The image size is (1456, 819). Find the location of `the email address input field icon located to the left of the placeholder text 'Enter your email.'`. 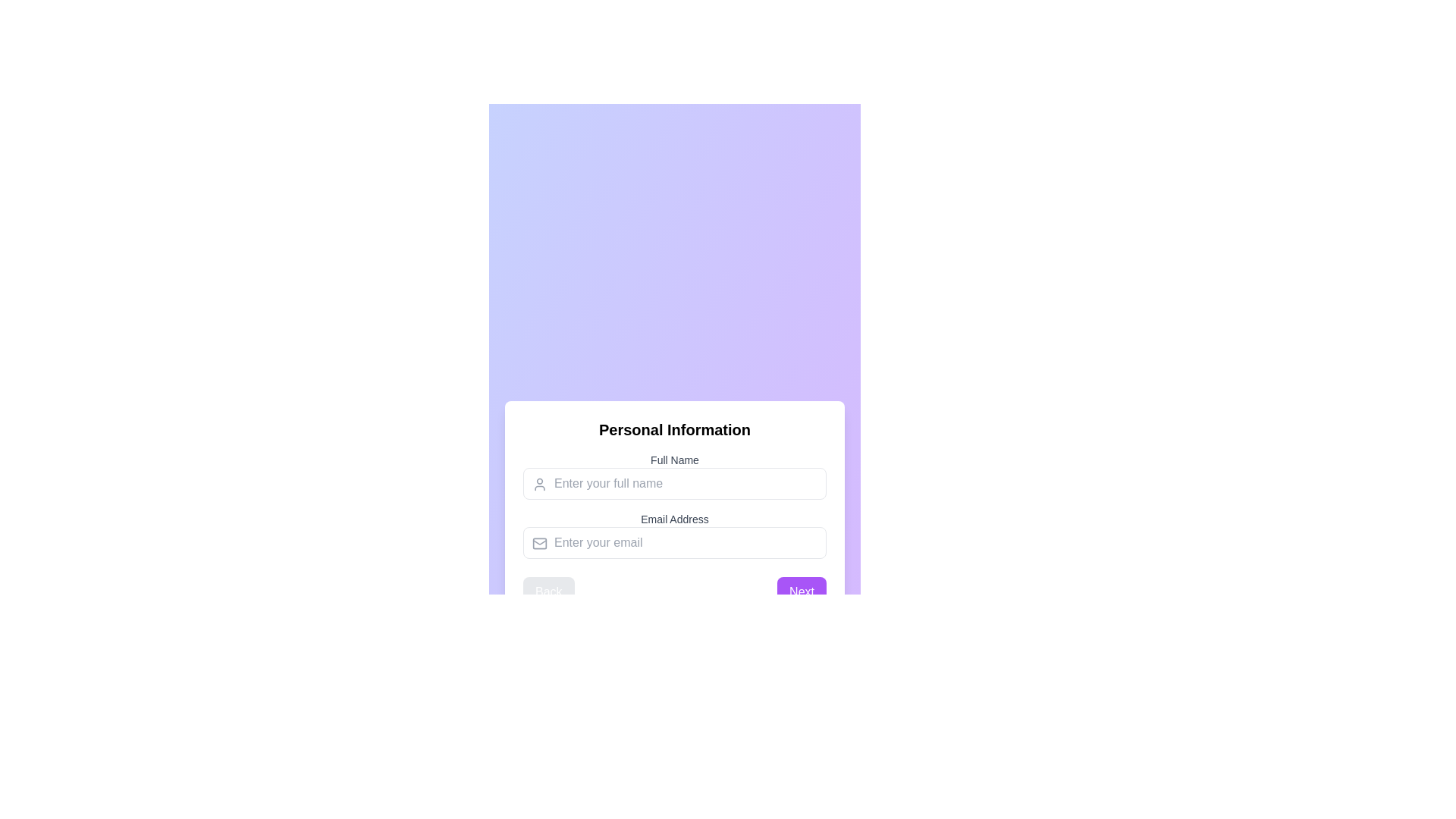

the email address input field icon located to the left of the placeholder text 'Enter your email.' is located at coordinates (539, 543).